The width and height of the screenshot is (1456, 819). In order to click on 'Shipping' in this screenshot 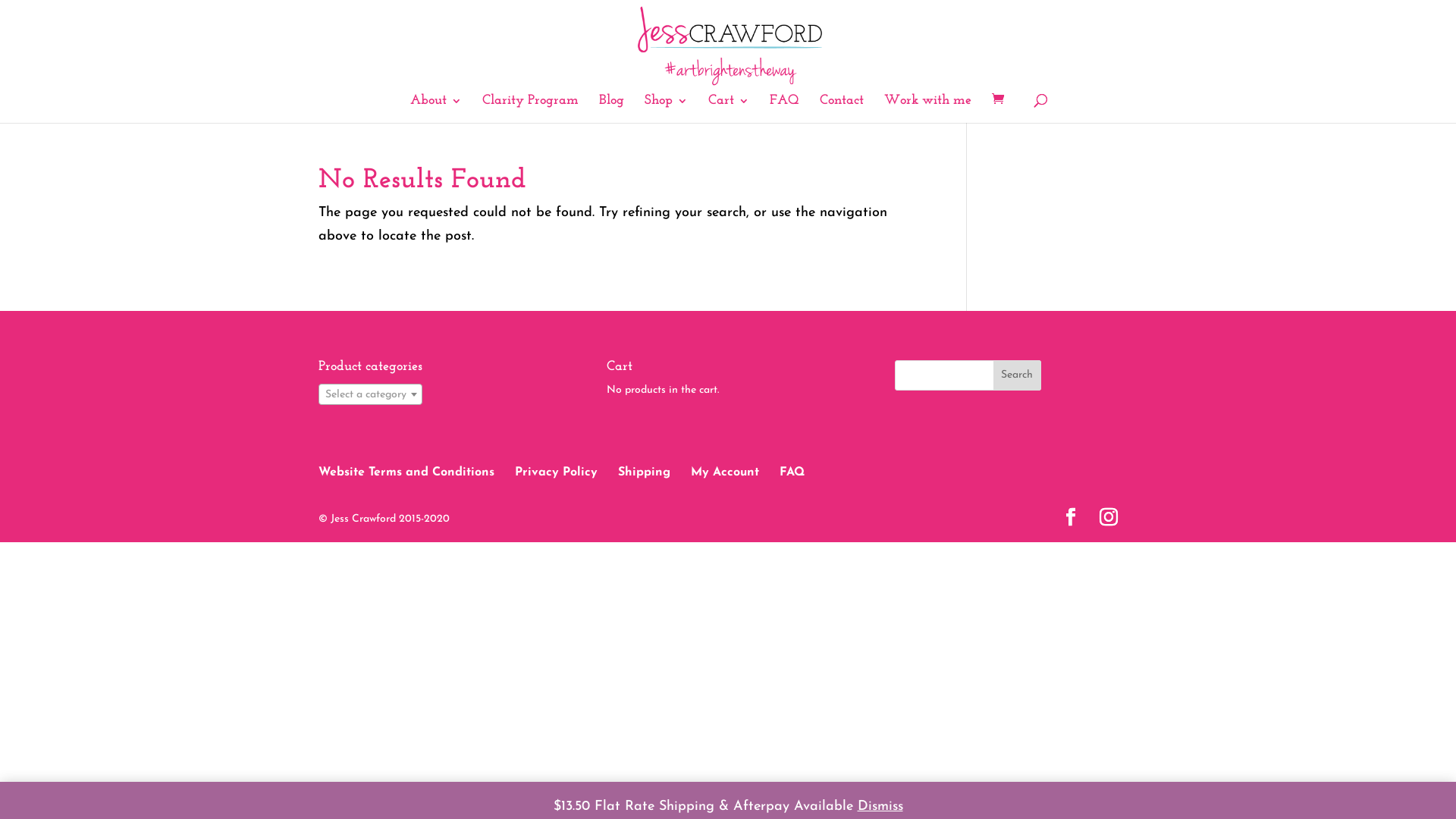, I will do `click(644, 472)`.